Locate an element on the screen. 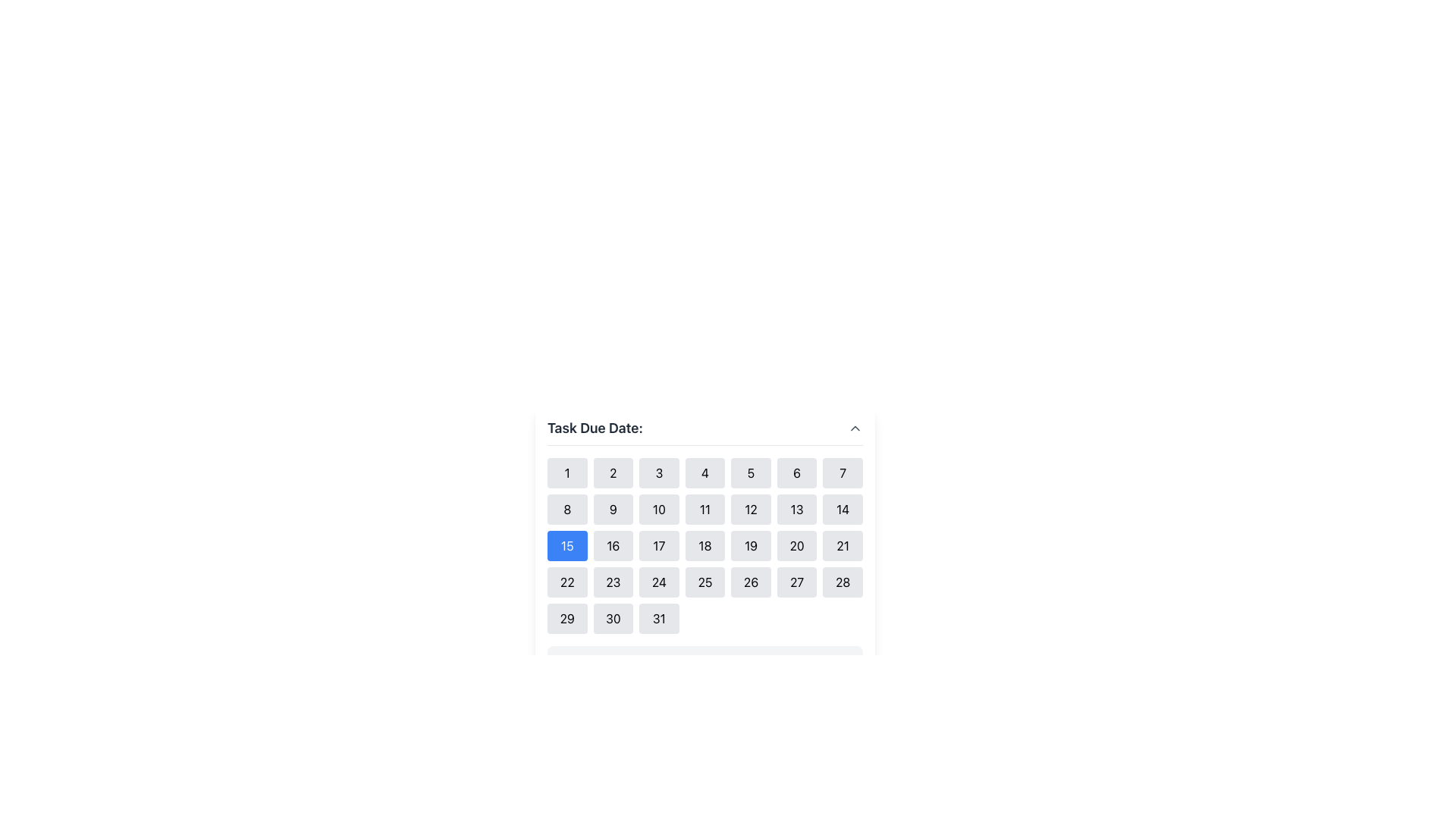 The image size is (1456, 819). the selectable date button representing the 28th day in the calendar interface is located at coordinates (842, 581).